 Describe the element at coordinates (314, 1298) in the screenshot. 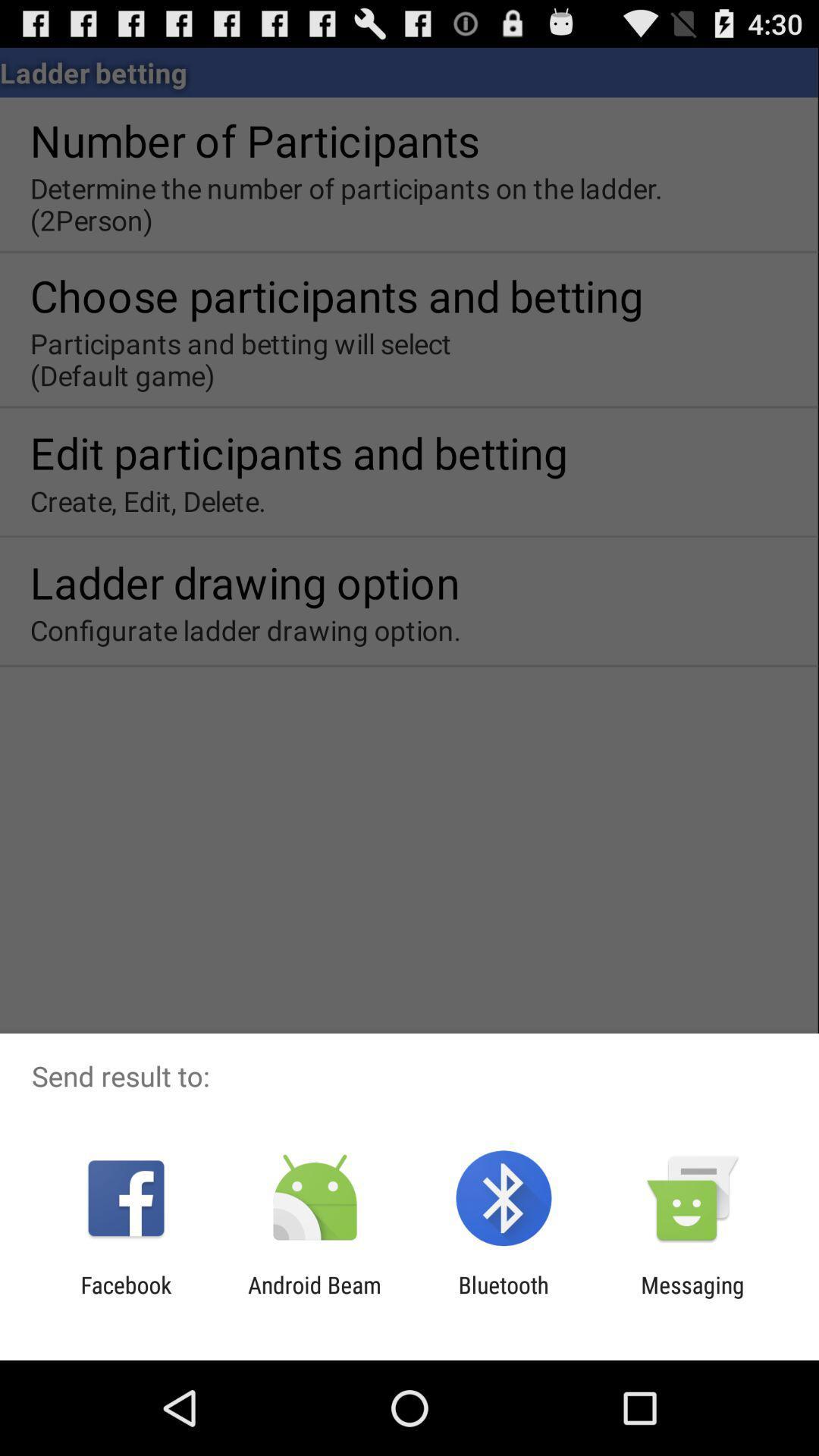

I see `the android beam app` at that location.